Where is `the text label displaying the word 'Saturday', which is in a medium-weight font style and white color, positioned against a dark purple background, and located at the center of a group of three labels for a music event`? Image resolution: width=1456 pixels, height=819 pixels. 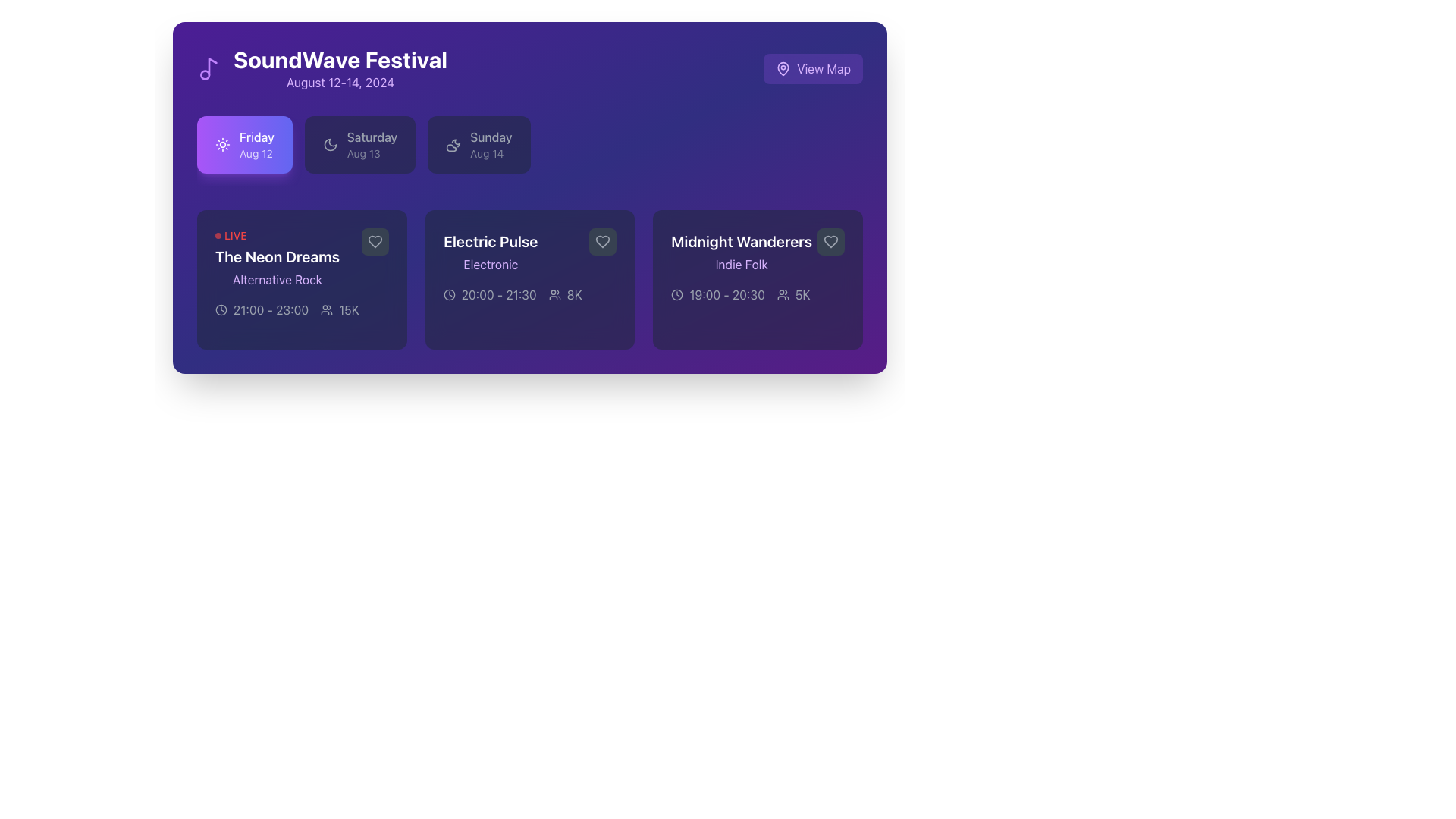 the text label displaying the word 'Saturday', which is in a medium-weight font style and white color, positioned against a dark purple background, and located at the center of a group of three labels for a music event is located at coordinates (372, 137).